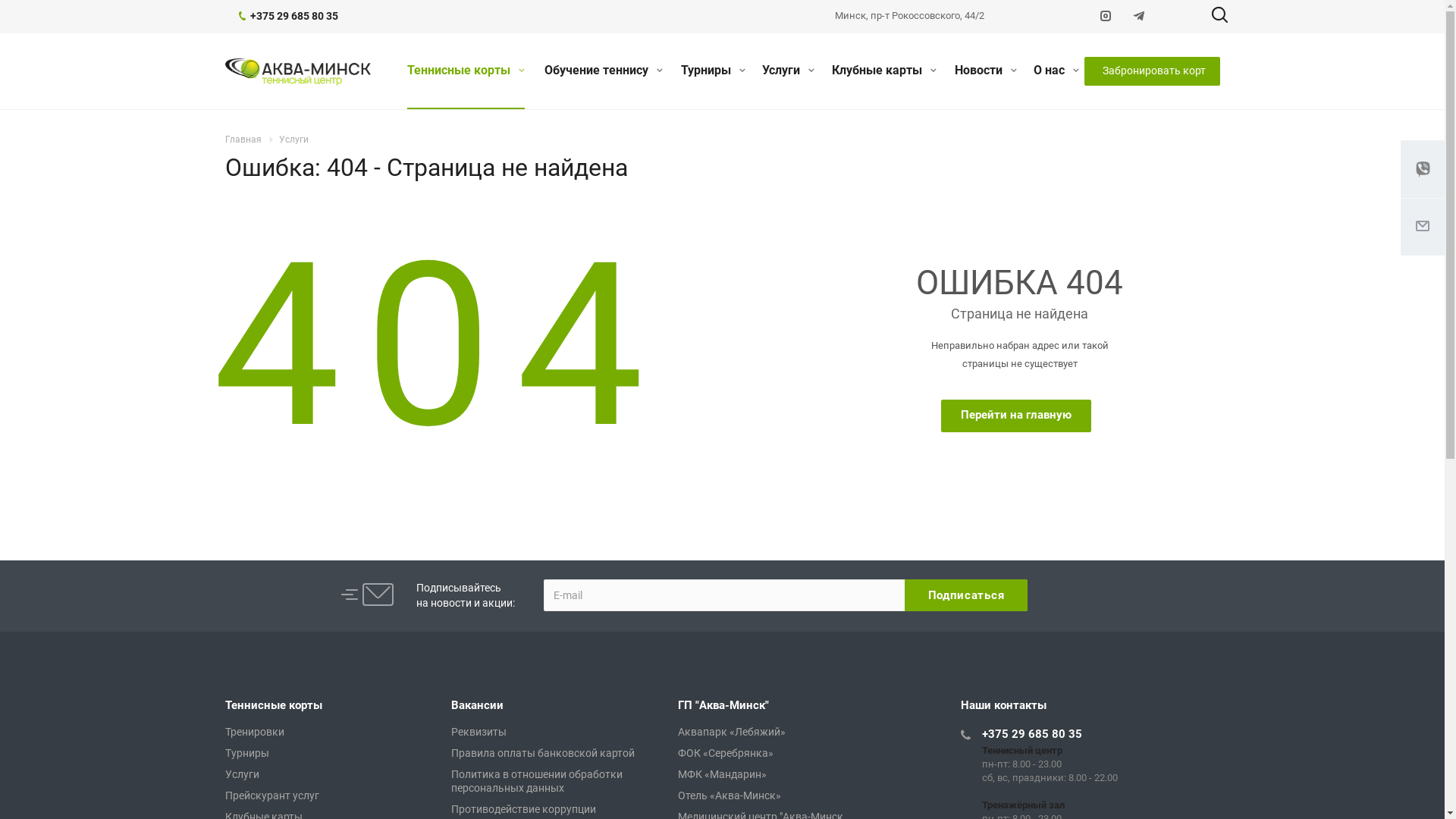  I want to click on 'Telegram', so click(1122, 17).